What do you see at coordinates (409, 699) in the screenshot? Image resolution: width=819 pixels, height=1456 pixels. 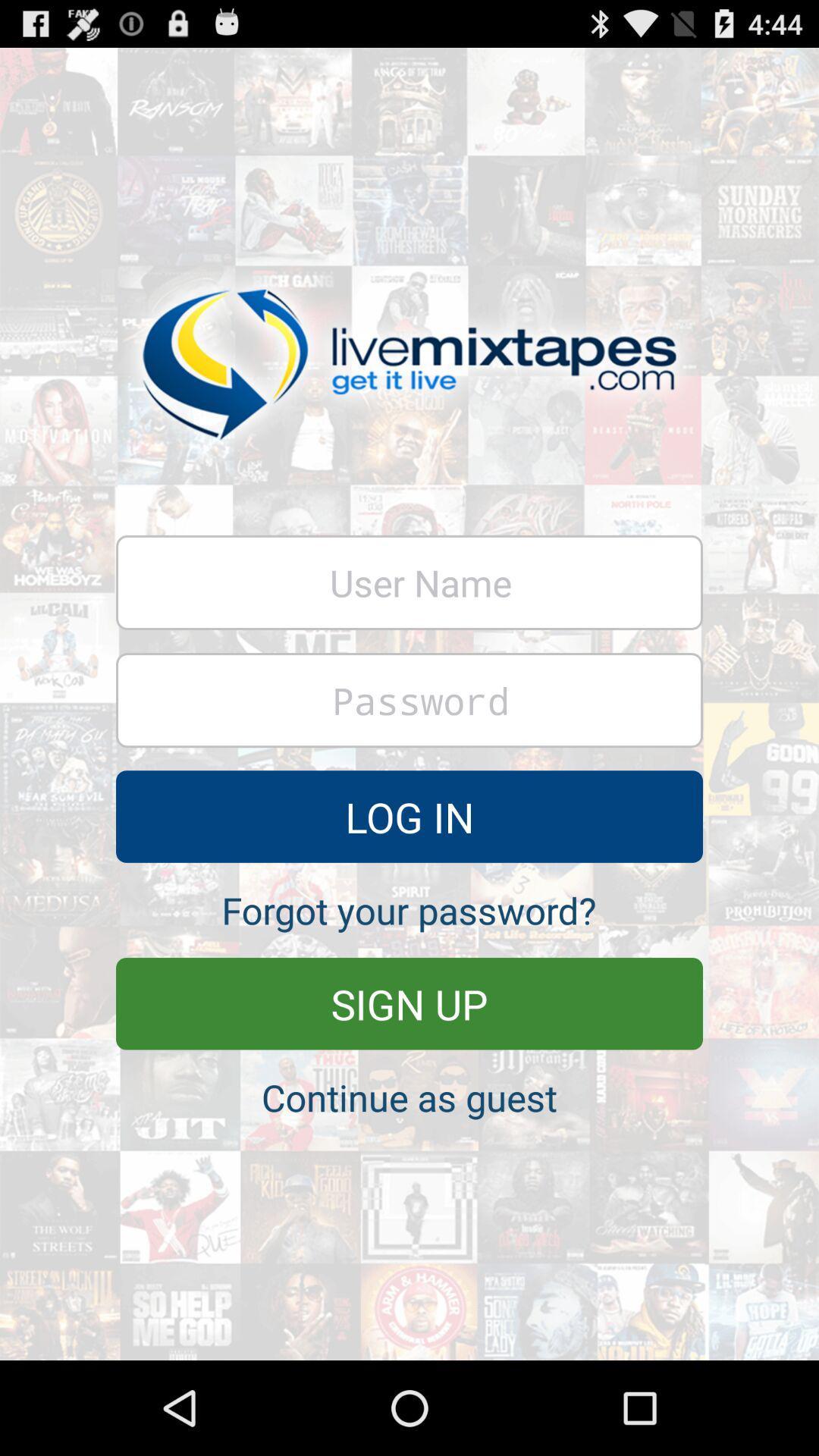 I see `most exclusive world premiere of any mixtape outlet of the highest quality` at bounding box center [409, 699].